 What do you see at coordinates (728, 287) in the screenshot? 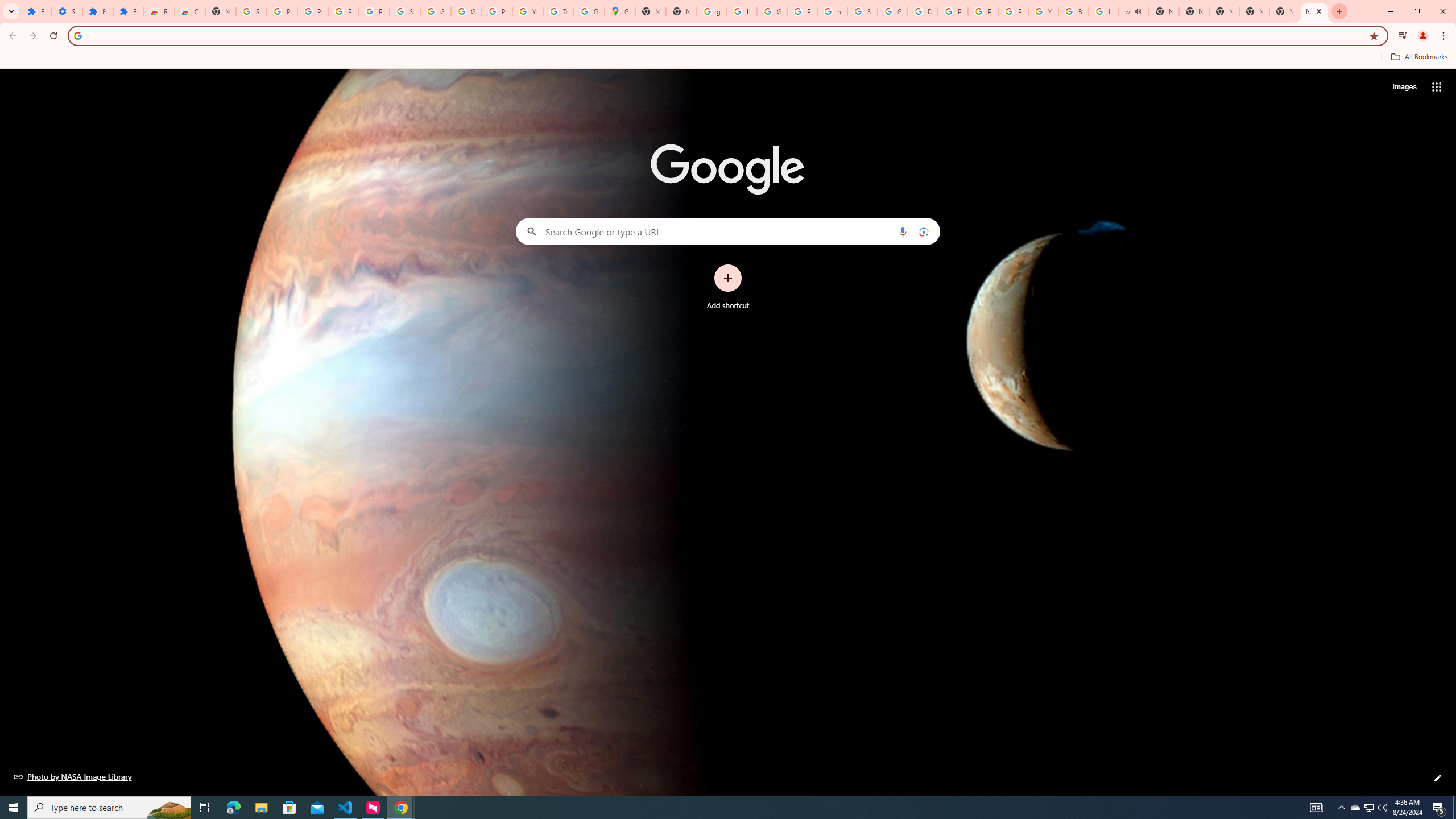
I see `'Add shortcut'` at bounding box center [728, 287].